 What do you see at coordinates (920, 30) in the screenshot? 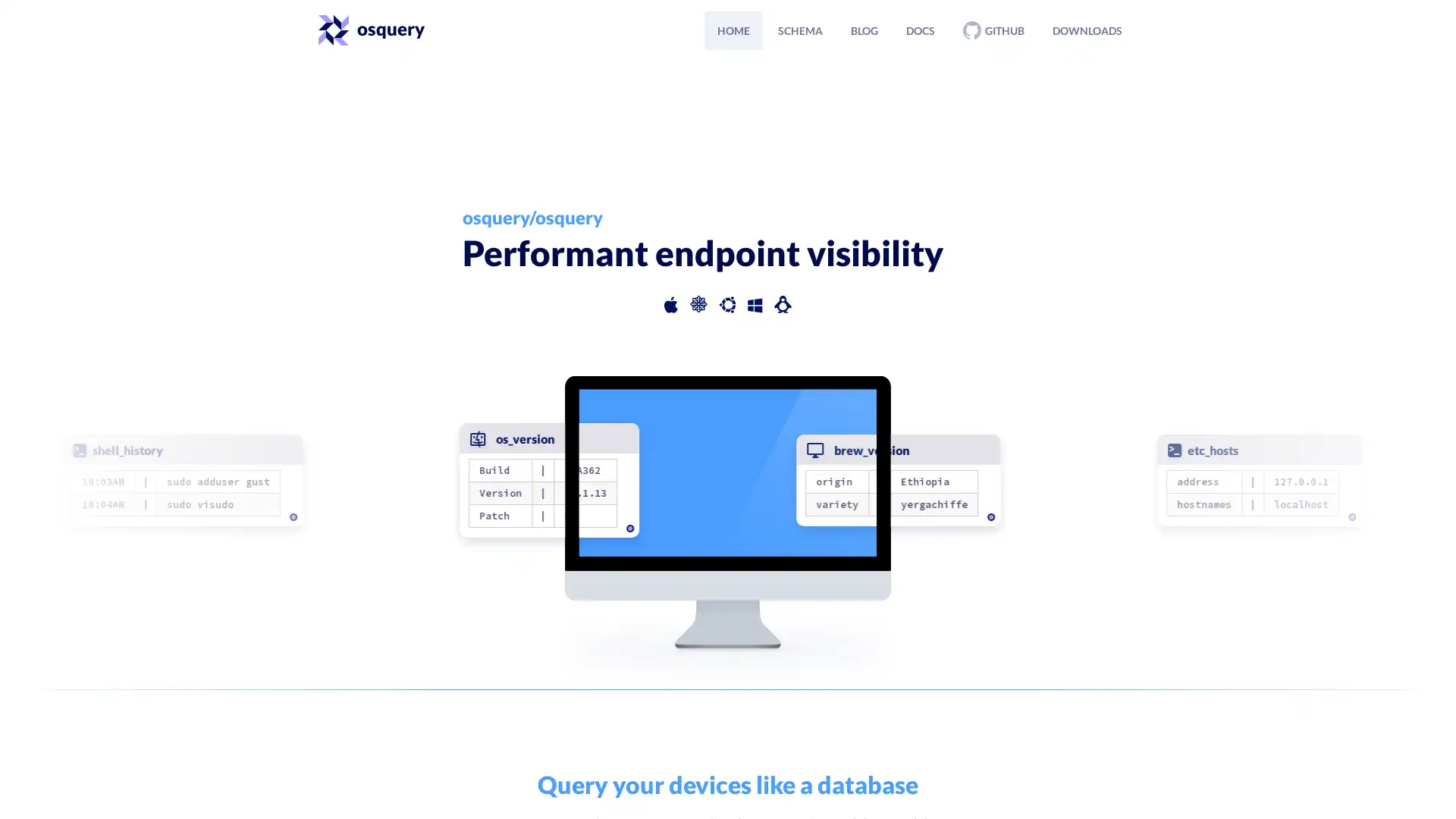
I see `DOCS` at bounding box center [920, 30].